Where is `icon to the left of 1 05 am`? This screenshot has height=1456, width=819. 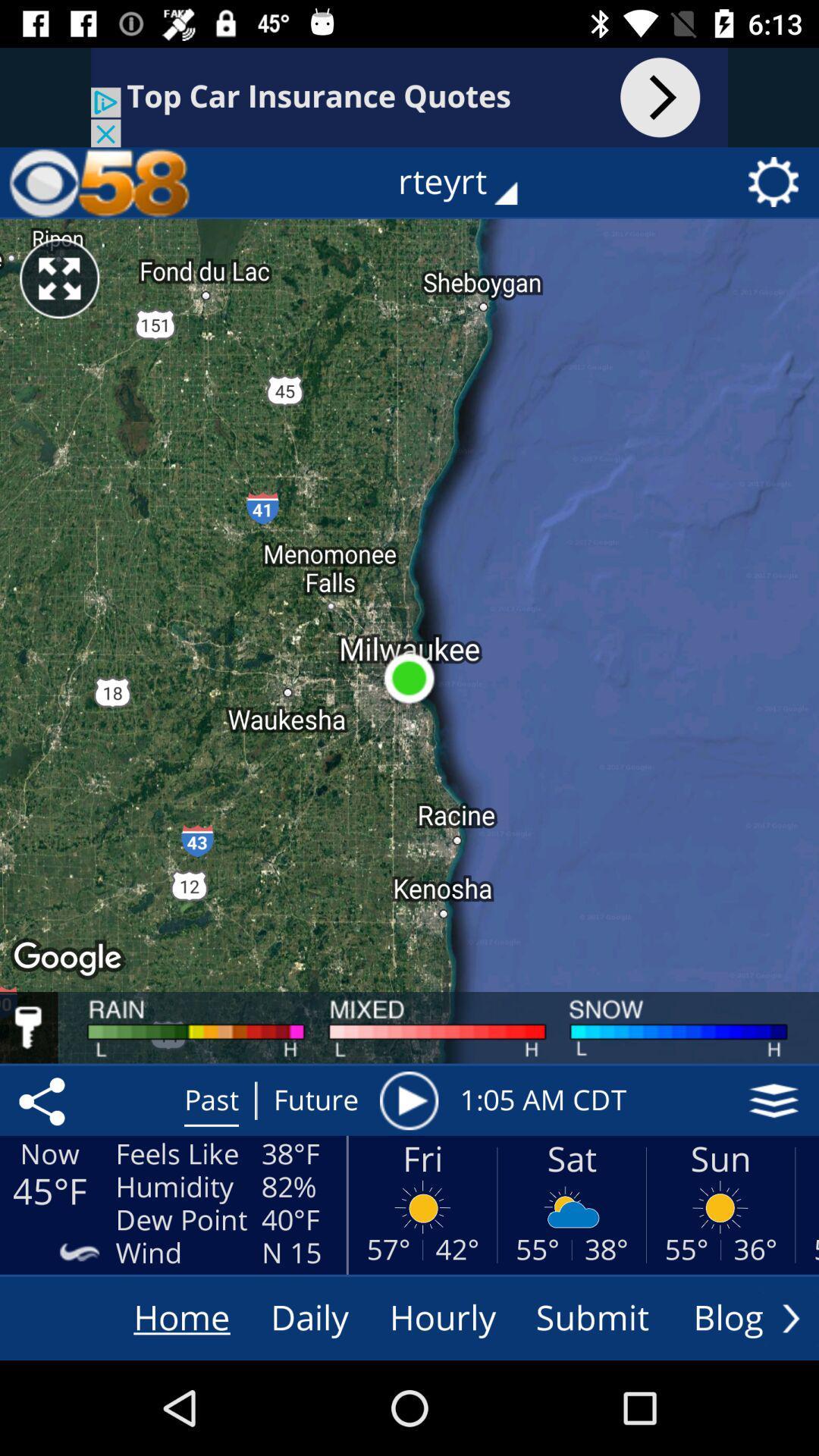
icon to the left of 1 05 am is located at coordinates (408, 1100).